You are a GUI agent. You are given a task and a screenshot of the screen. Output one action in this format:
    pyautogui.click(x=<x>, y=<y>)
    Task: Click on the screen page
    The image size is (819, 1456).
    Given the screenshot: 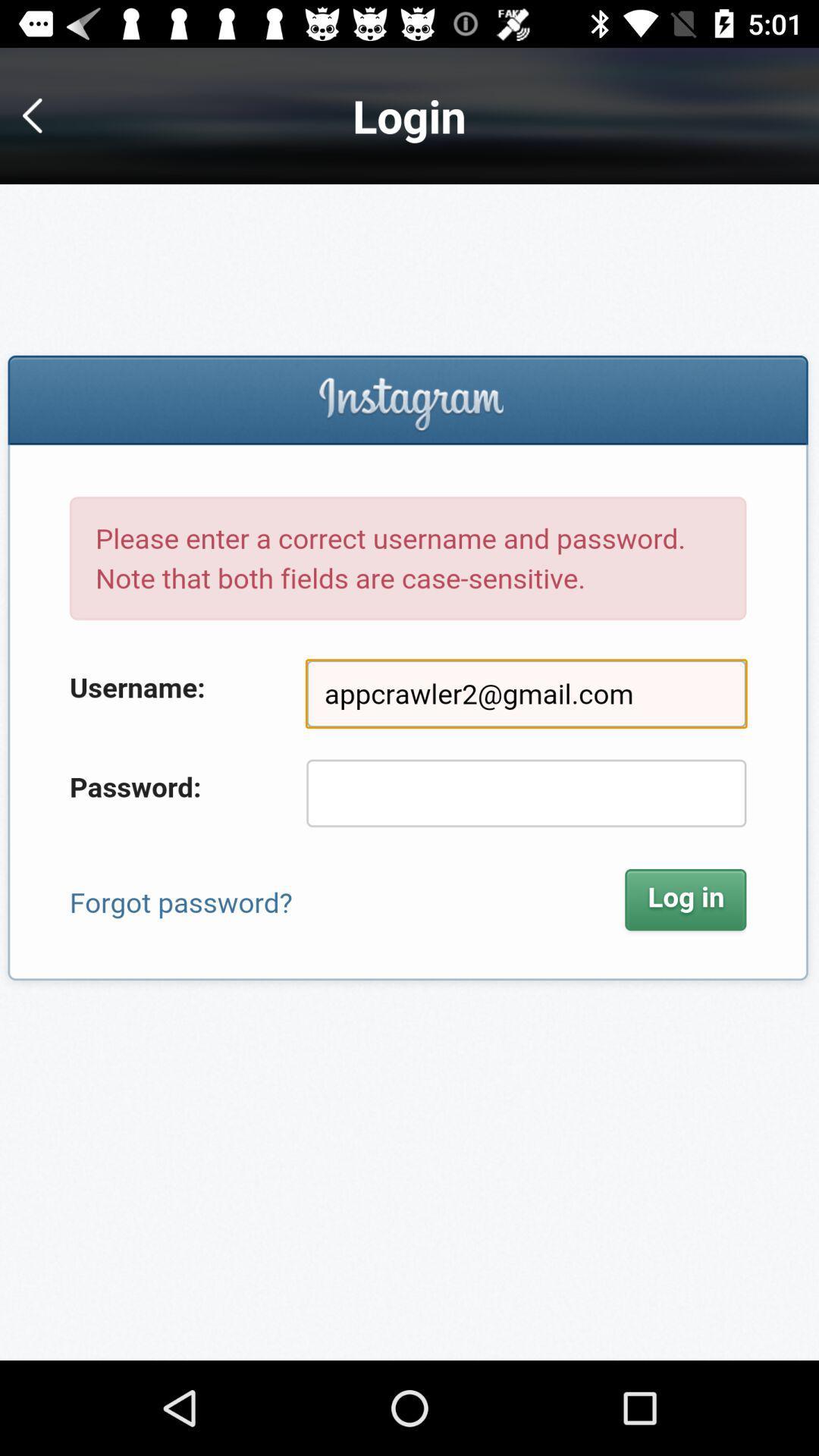 What is the action you would take?
    pyautogui.click(x=409, y=772)
    